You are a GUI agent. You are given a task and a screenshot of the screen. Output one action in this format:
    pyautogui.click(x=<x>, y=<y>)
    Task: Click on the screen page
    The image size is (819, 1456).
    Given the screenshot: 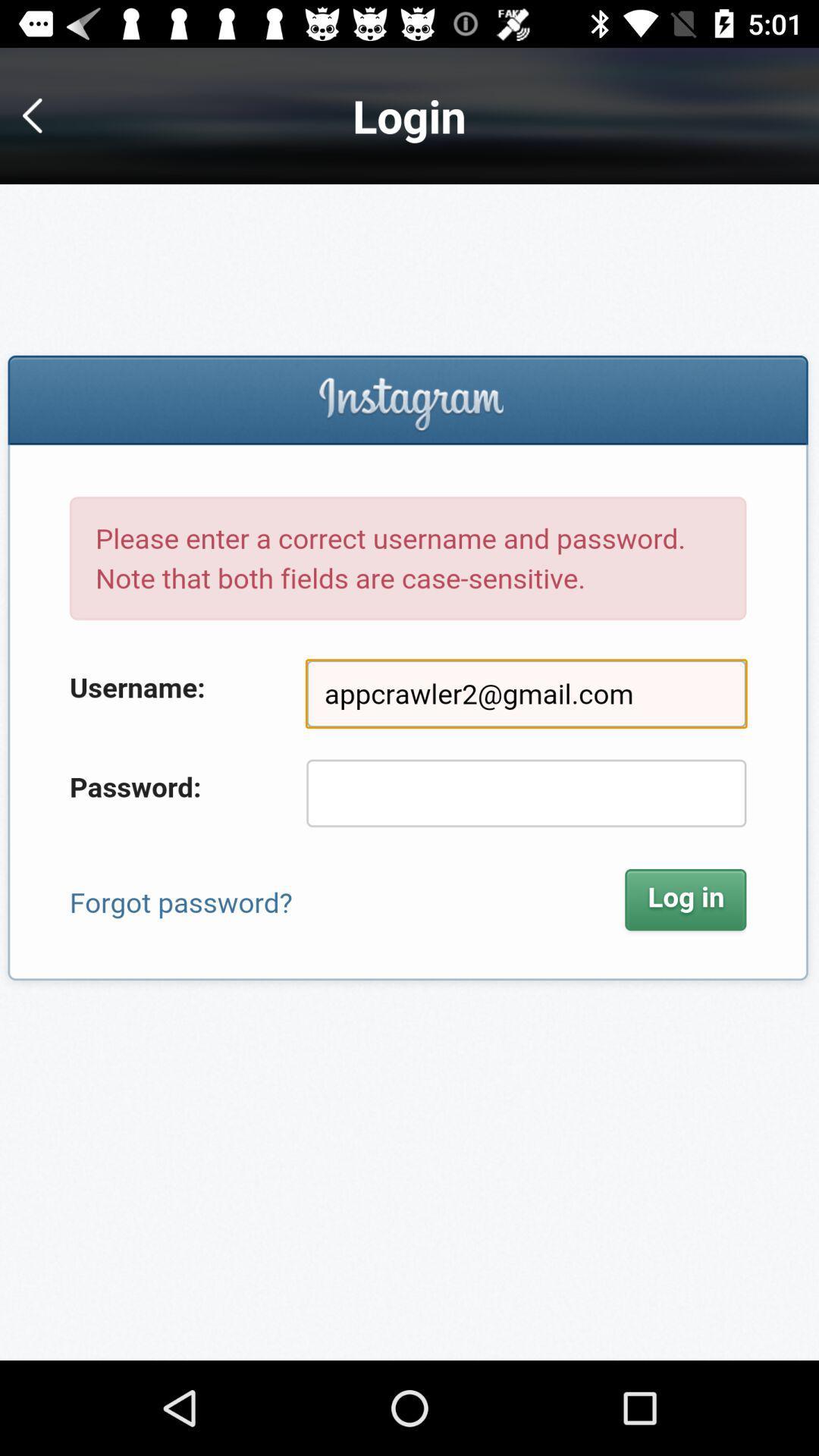 What is the action you would take?
    pyautogui.click(x=409, y=772)
    